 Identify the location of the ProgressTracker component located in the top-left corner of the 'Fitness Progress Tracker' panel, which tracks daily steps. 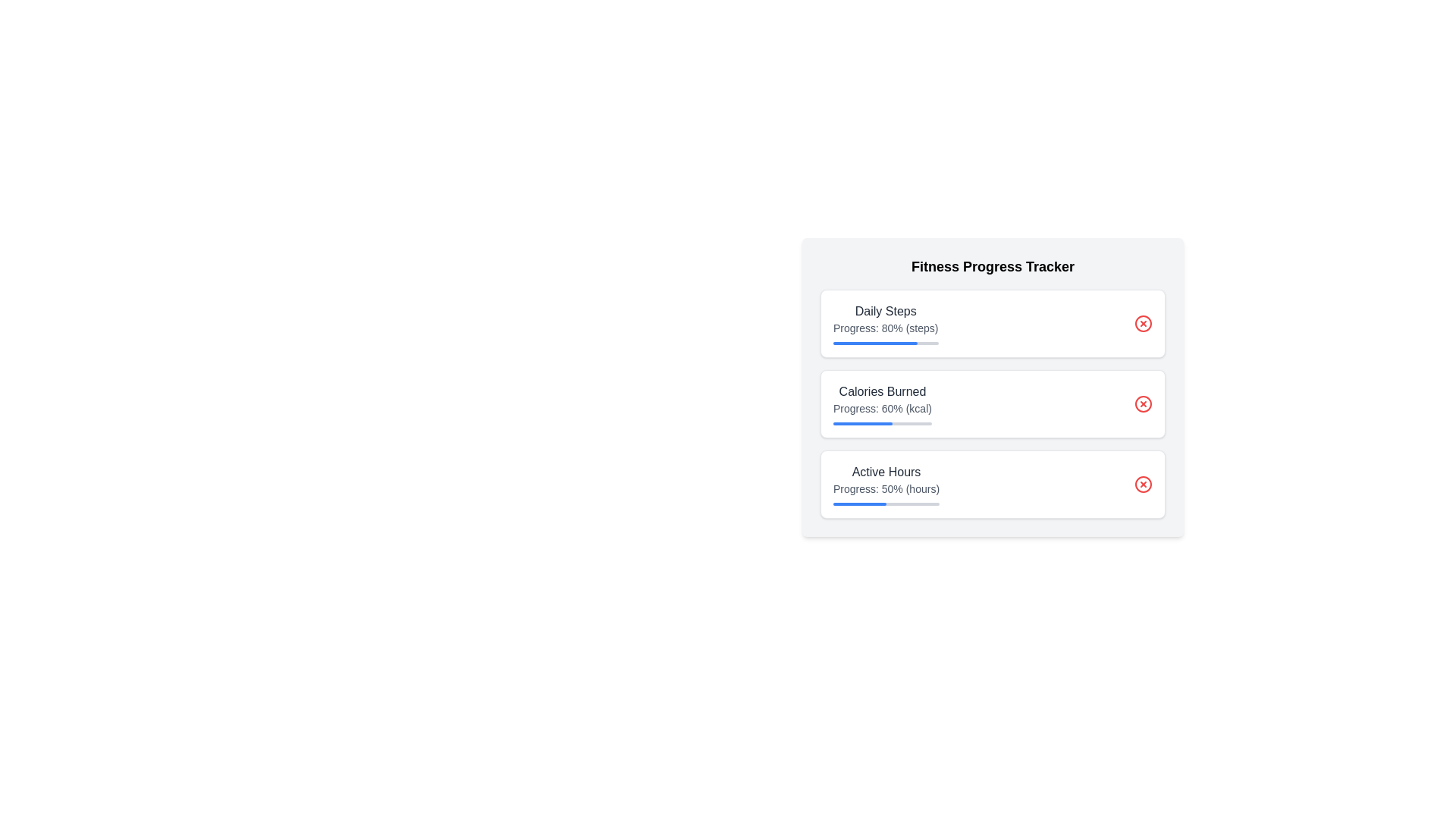
(886, 323).